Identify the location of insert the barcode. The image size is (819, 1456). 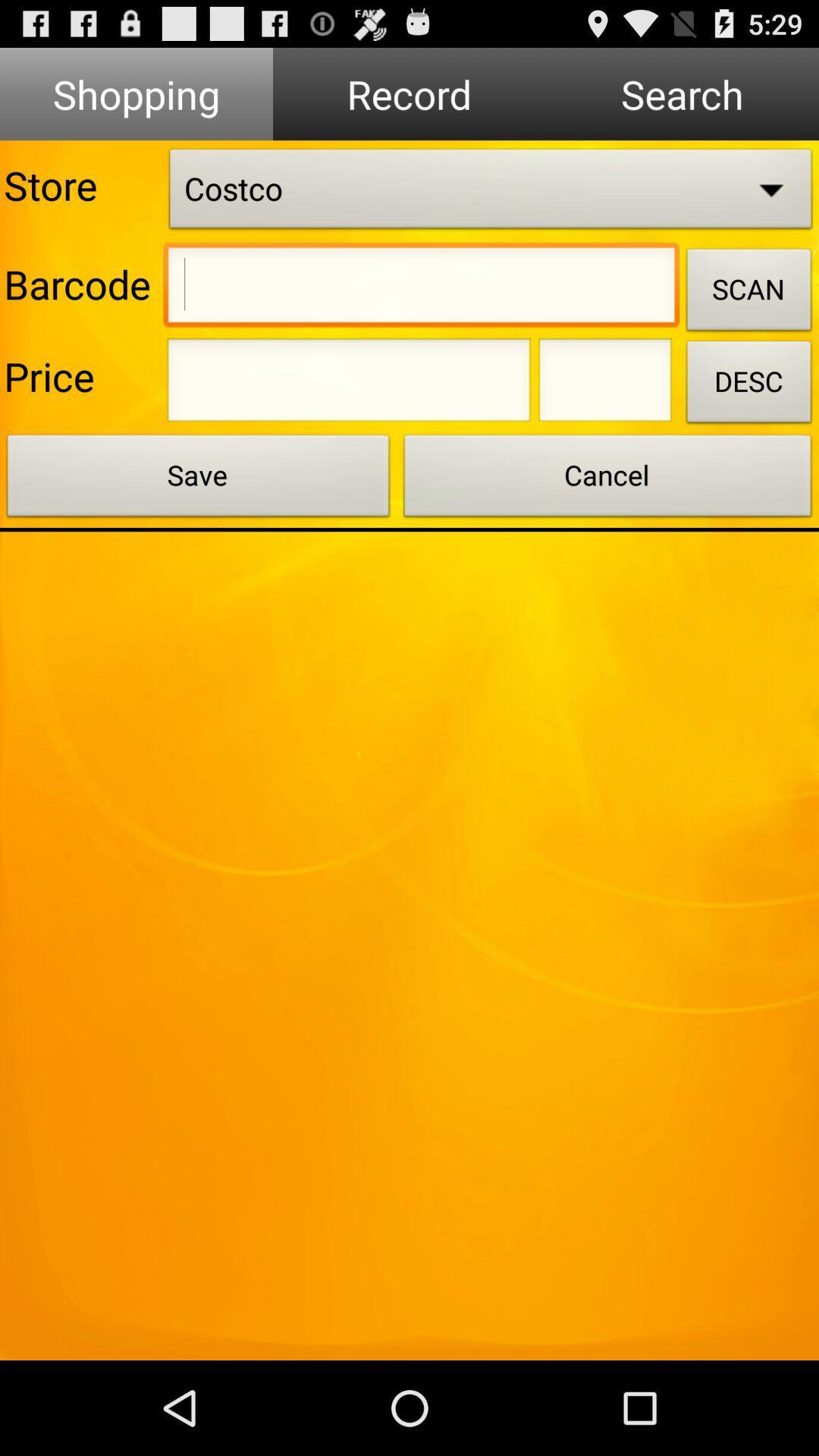
(421, 288).